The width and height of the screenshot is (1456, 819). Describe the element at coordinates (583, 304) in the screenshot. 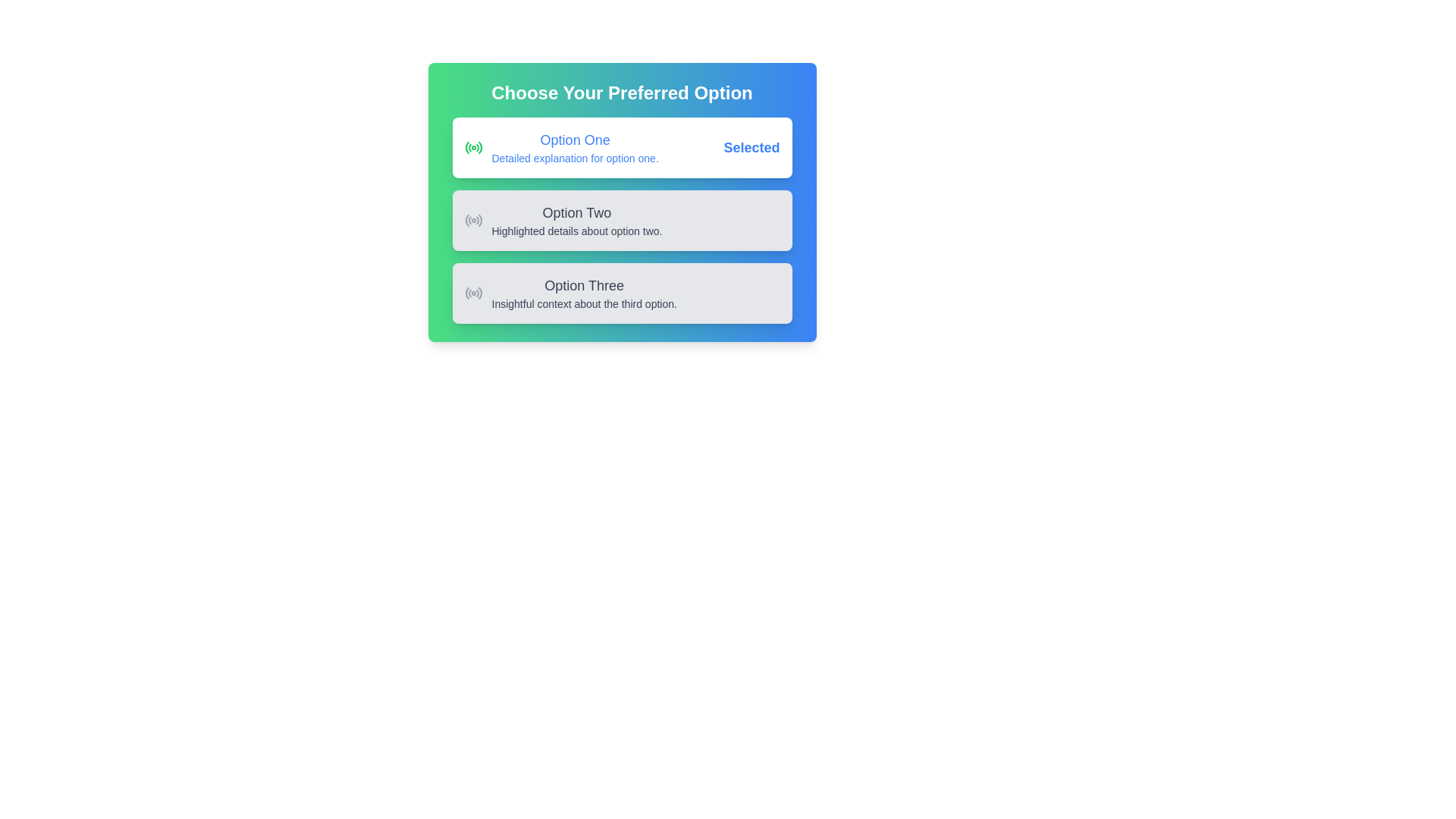

I see `text label stating 'Insightful context about the third option.' positioned below 'Option Three'` at that location.